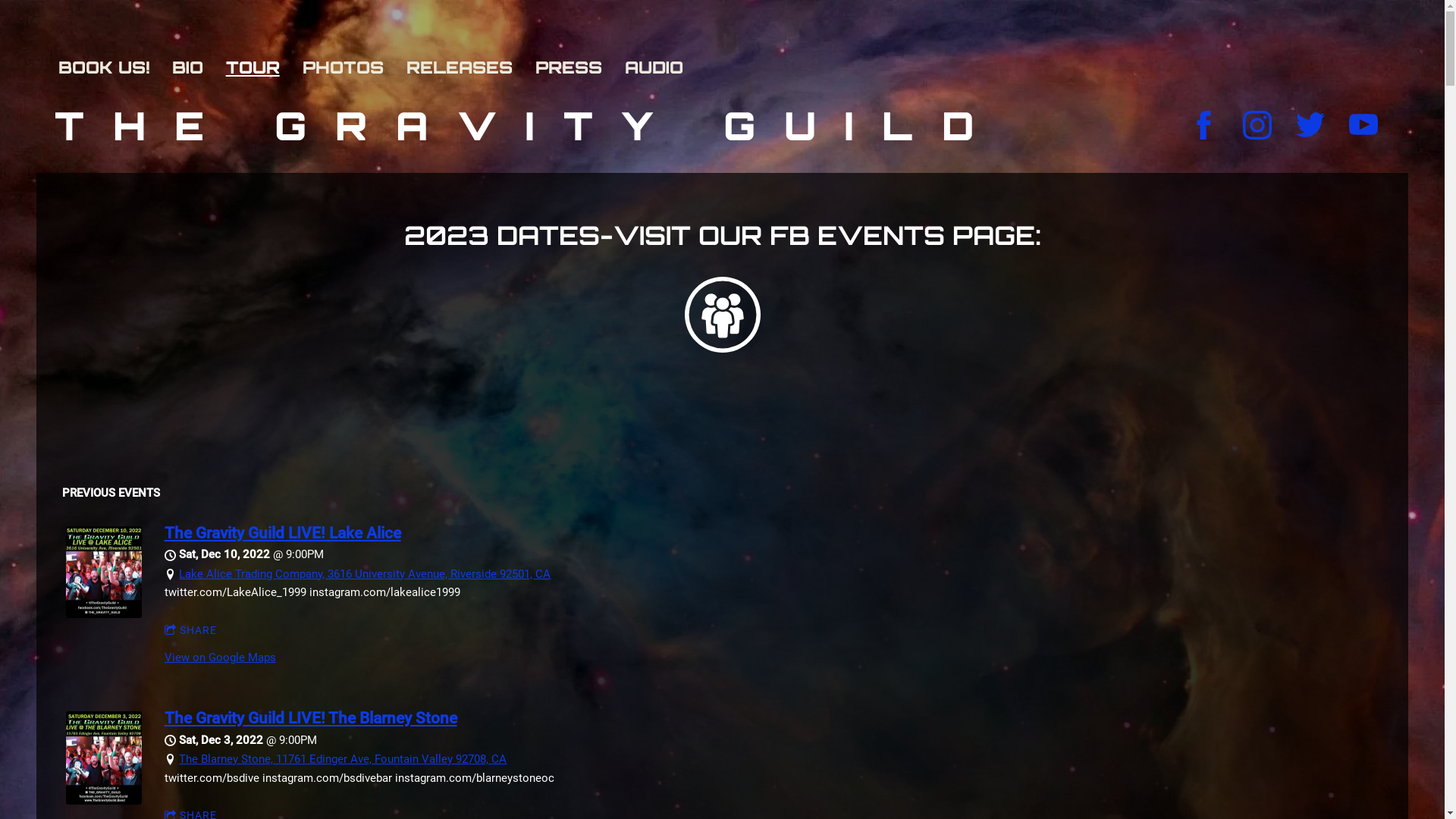 The width and height of the screenshot is (1456, 819). What do you see at coordinates (661, 66) in the screenshot?
I see `'AUDIO'` at bounding box center [661, 66].